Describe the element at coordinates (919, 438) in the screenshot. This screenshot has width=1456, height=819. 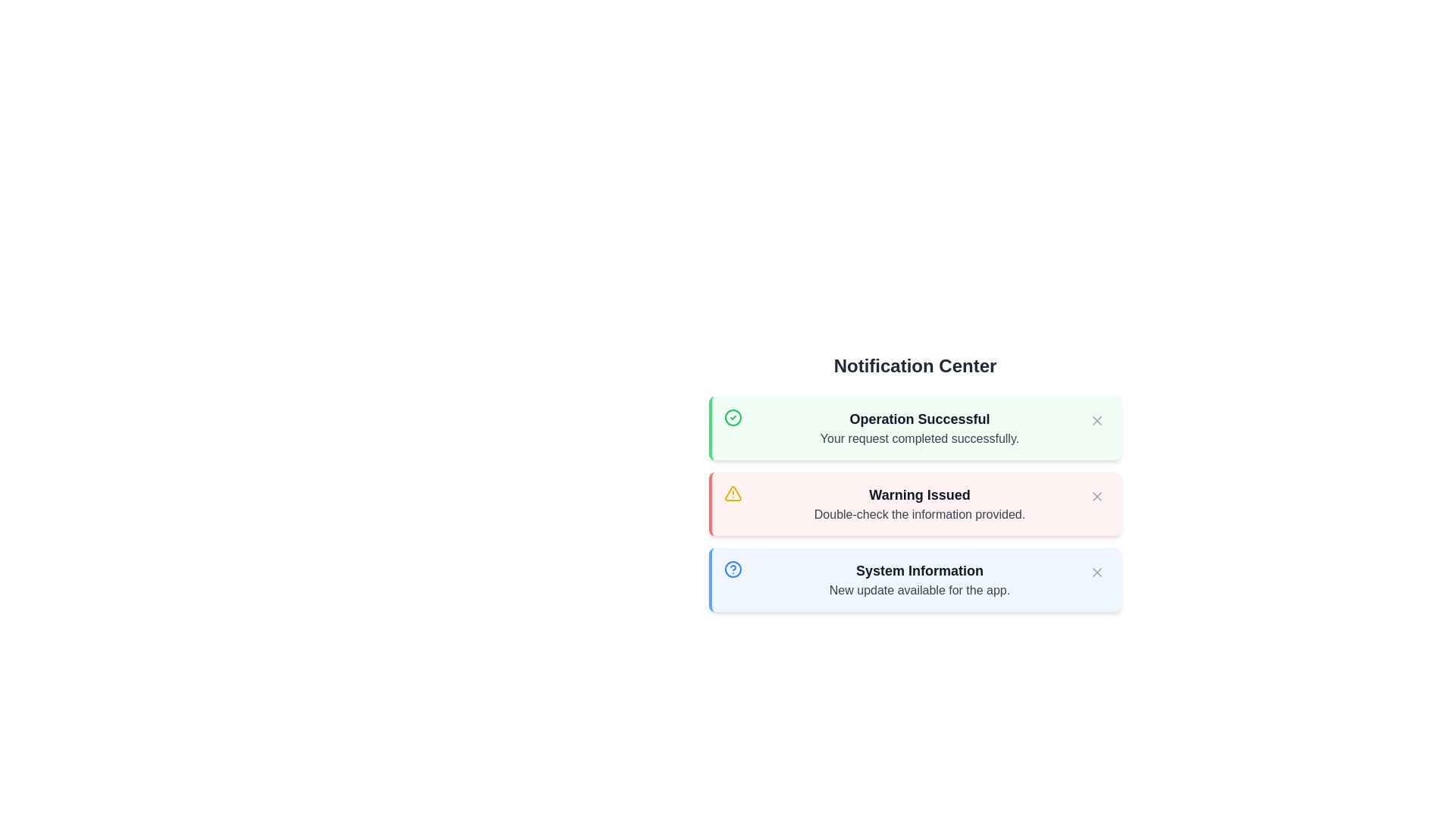
I see `the text label styled in gray that indicates a successful operation, located within the notification card titled 'Operation Successful'` at that location.